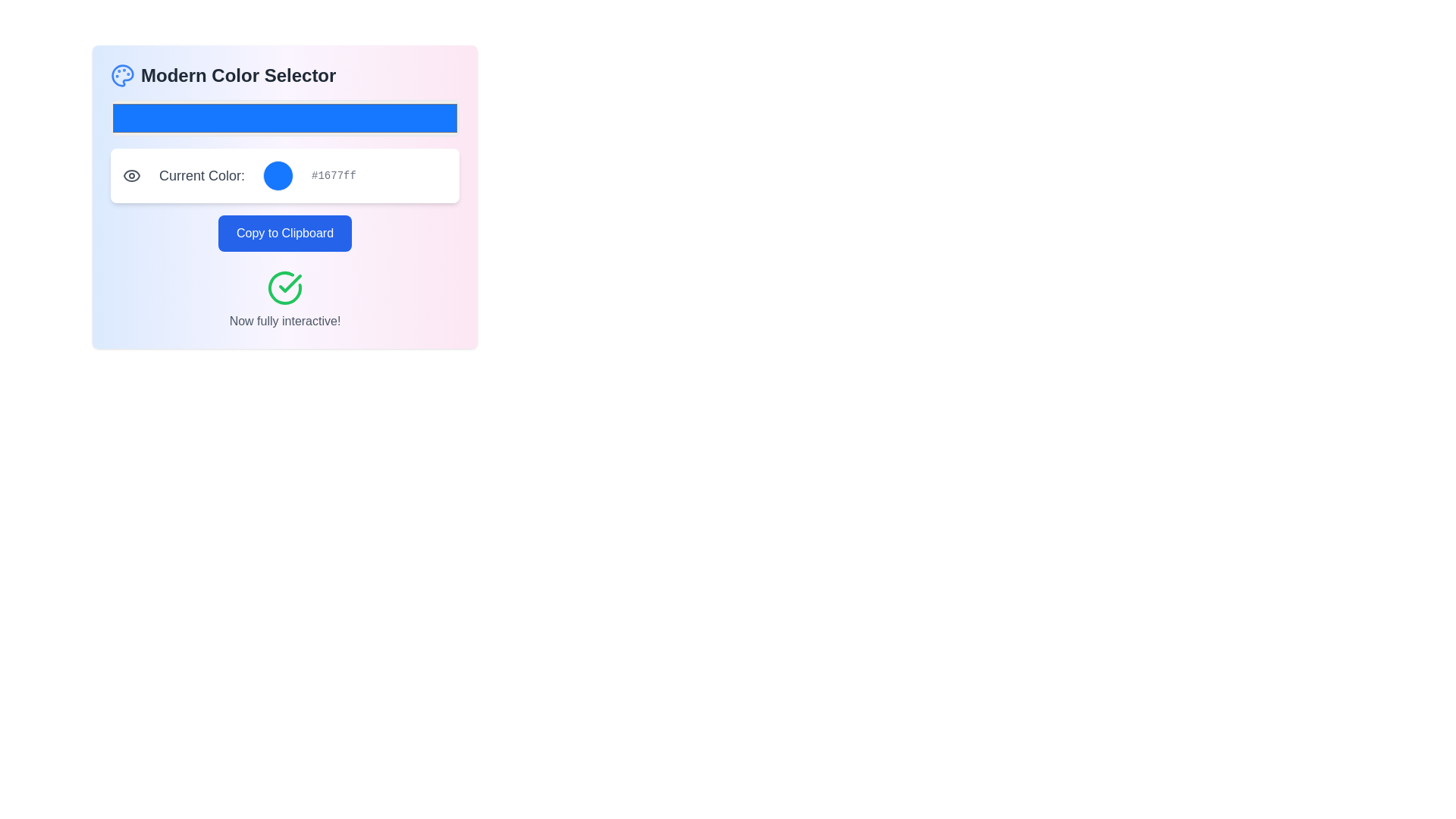 The image size is (1456, 819). What do you see at coordinates (284, 288) in the screenshot?
I see `the circular icon with a green checkmark located above the text 'Now fully interactive!', positioned in the bottom section of the interface card` at bounding box center [284, 288].